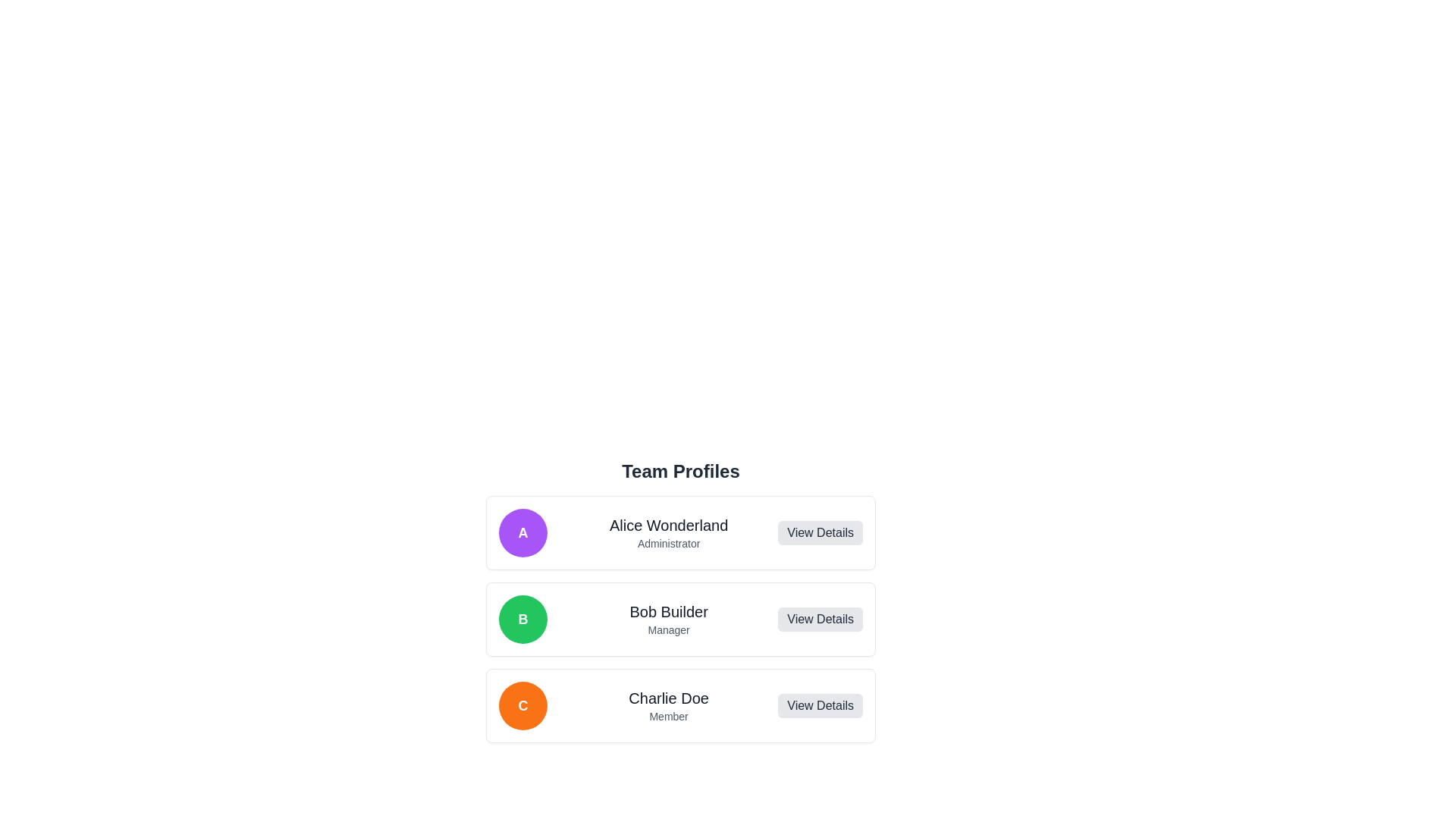  What do you see at coordinates (668, 705) in the screenshot?
I see `the text display that shows the name 'Charlie Doe' and role 'Member' in the third row of the 'Team Profiles' section, located between the circular orange avatar and the 'View Details' button` at bounding box center [668, 705].